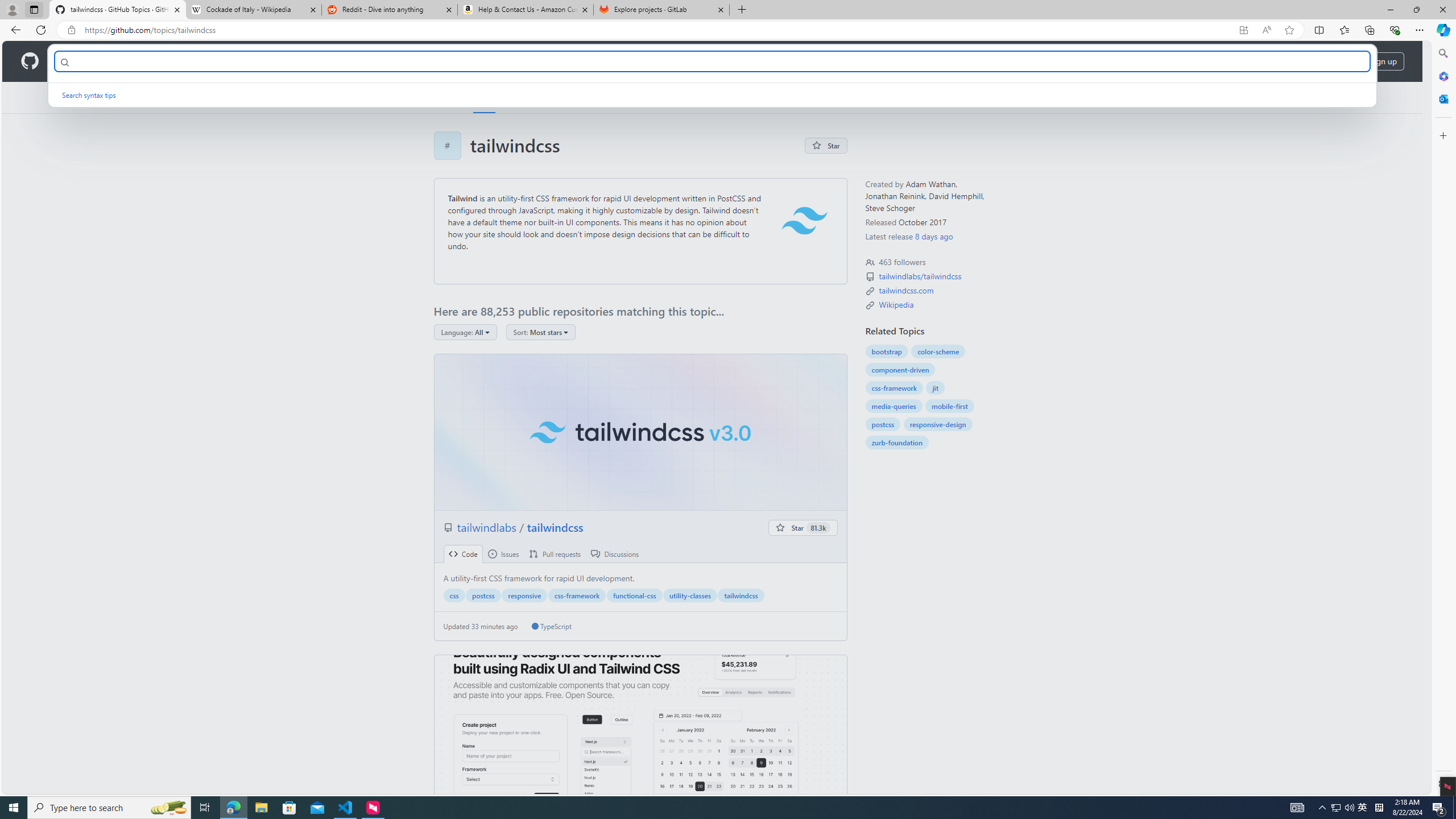 The height and width of the screenshot is (819, 1456). What do you see at coordinates (74, 61) in the screenshot?
I see `'Product'` at bounding box center [74, 61].